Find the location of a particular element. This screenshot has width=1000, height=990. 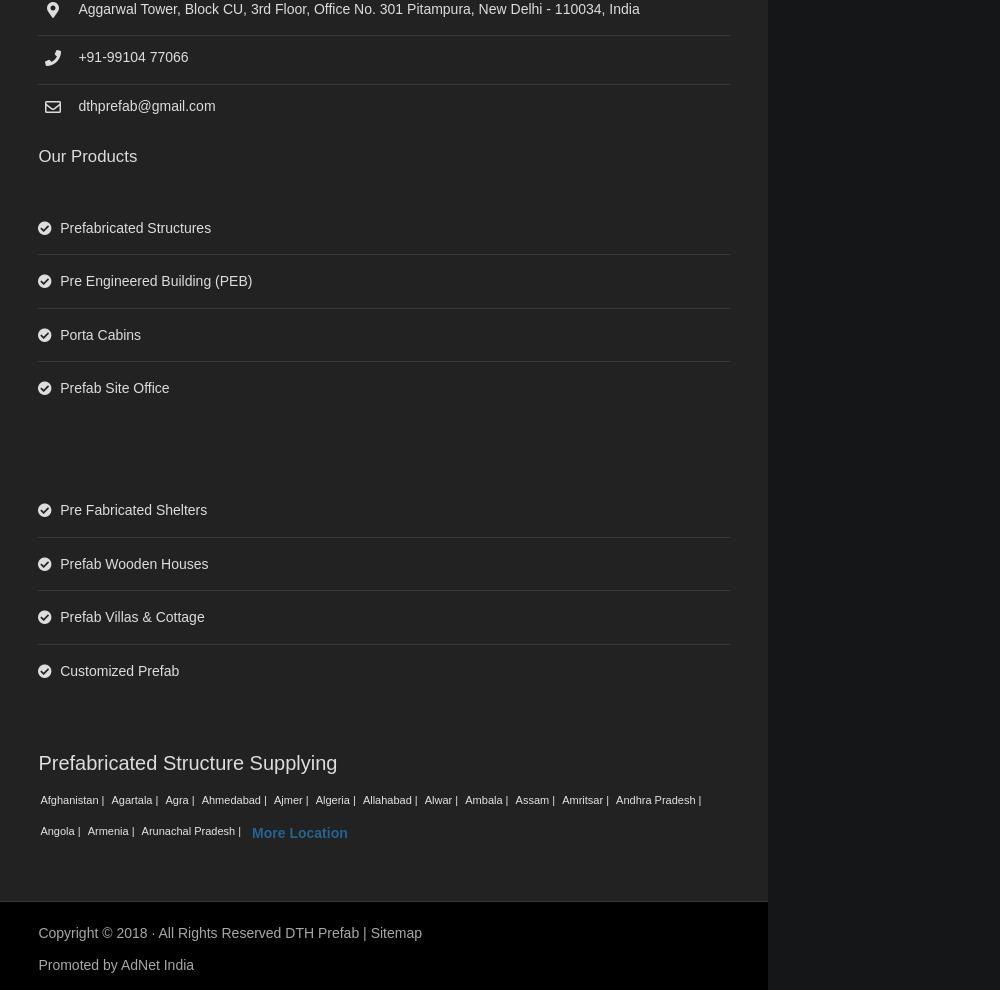

'Prefab Wooden Houses' is located at coordinates (134, 563).